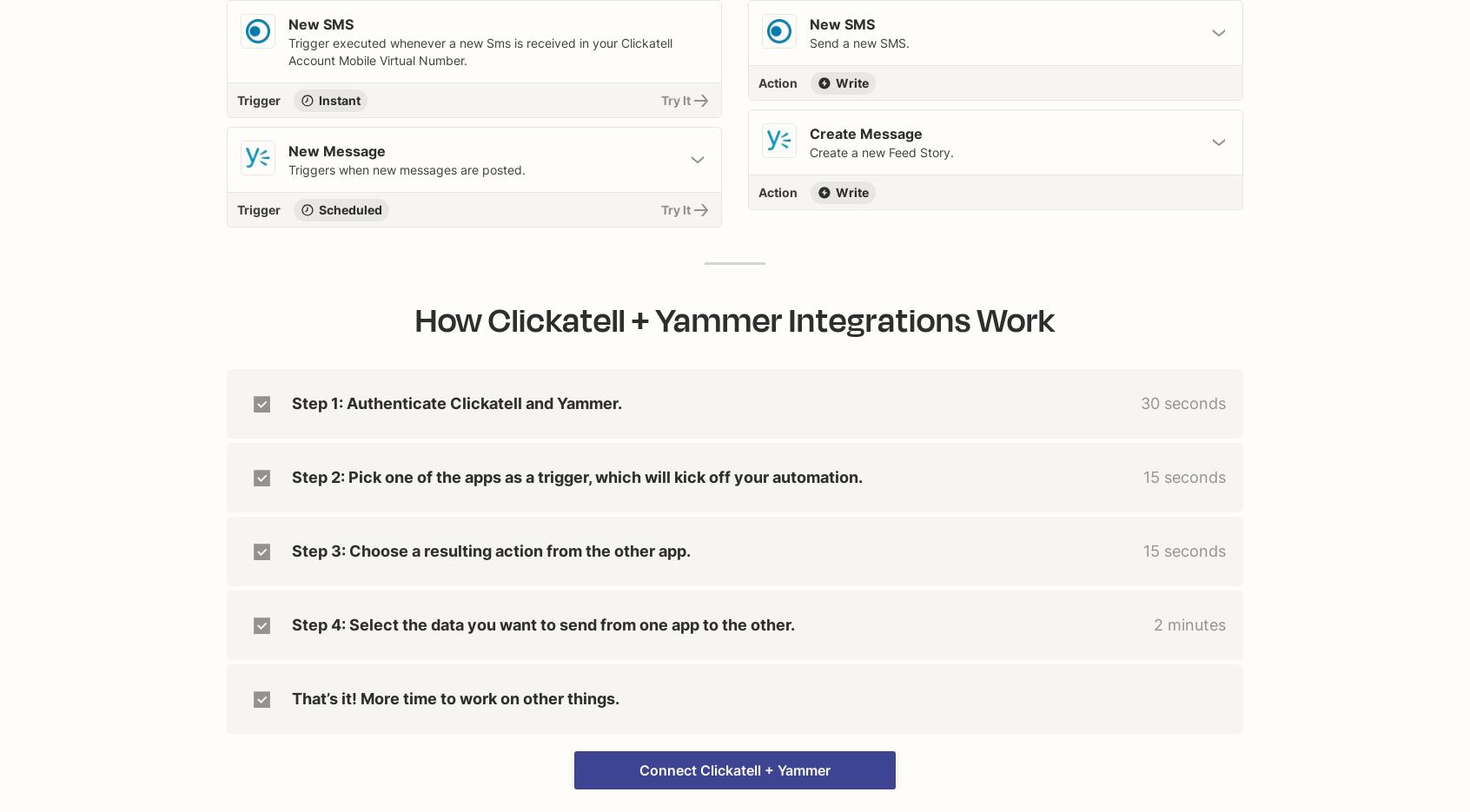 The image size is (1470, 812). Describe the element at coordinates (480, 51) in the screenshot. I see `'Trigger executed whenever a new Sms is received in your Clickatell Account Mobile Virtual Number.'` at that location.